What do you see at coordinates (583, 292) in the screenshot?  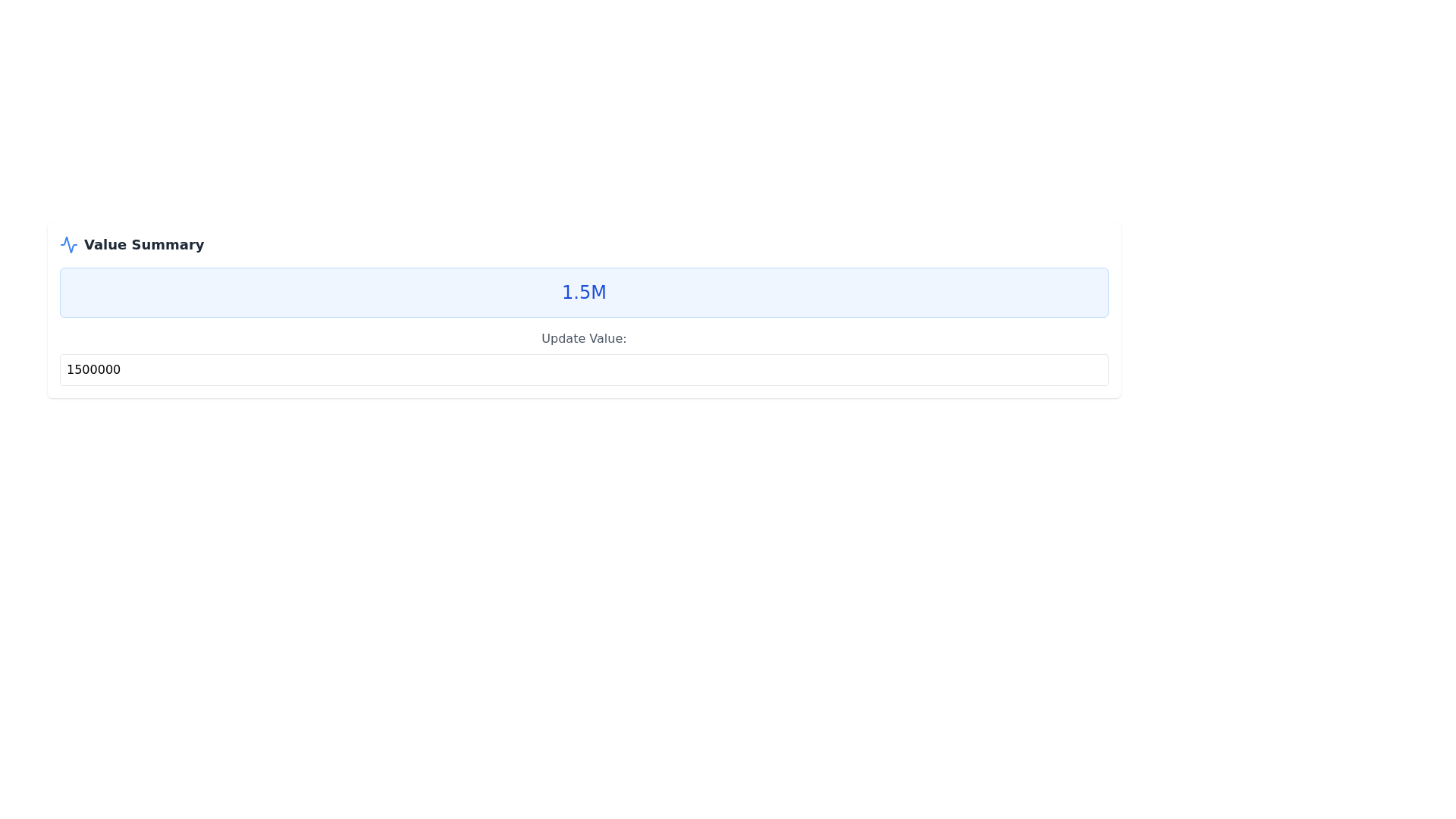 I see `the text display element with the text '1.5M' that has a light blue background and is centrally located under the heading 'Value Summary'` at bounding box center [583, 292].